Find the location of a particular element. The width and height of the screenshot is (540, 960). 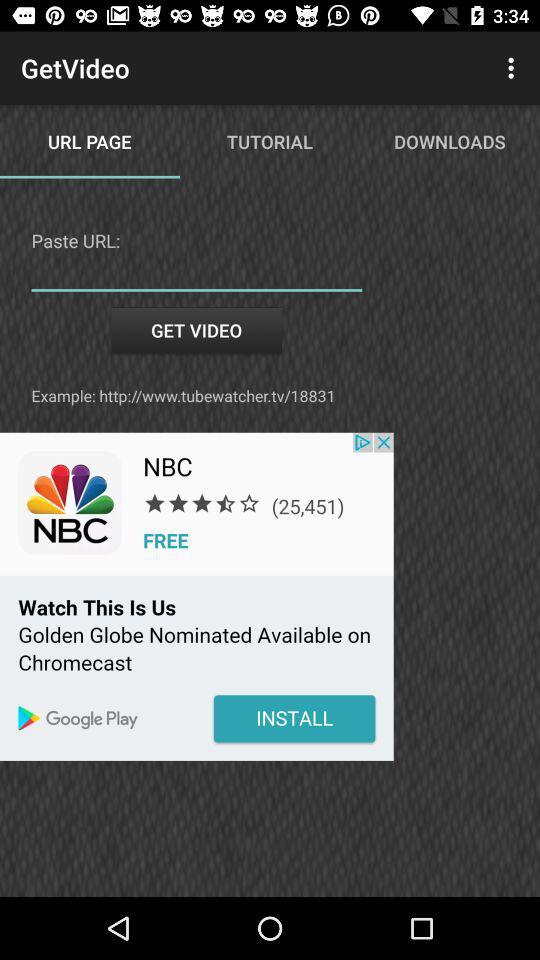

click for nbc free app is located at coordinates (196, 596).